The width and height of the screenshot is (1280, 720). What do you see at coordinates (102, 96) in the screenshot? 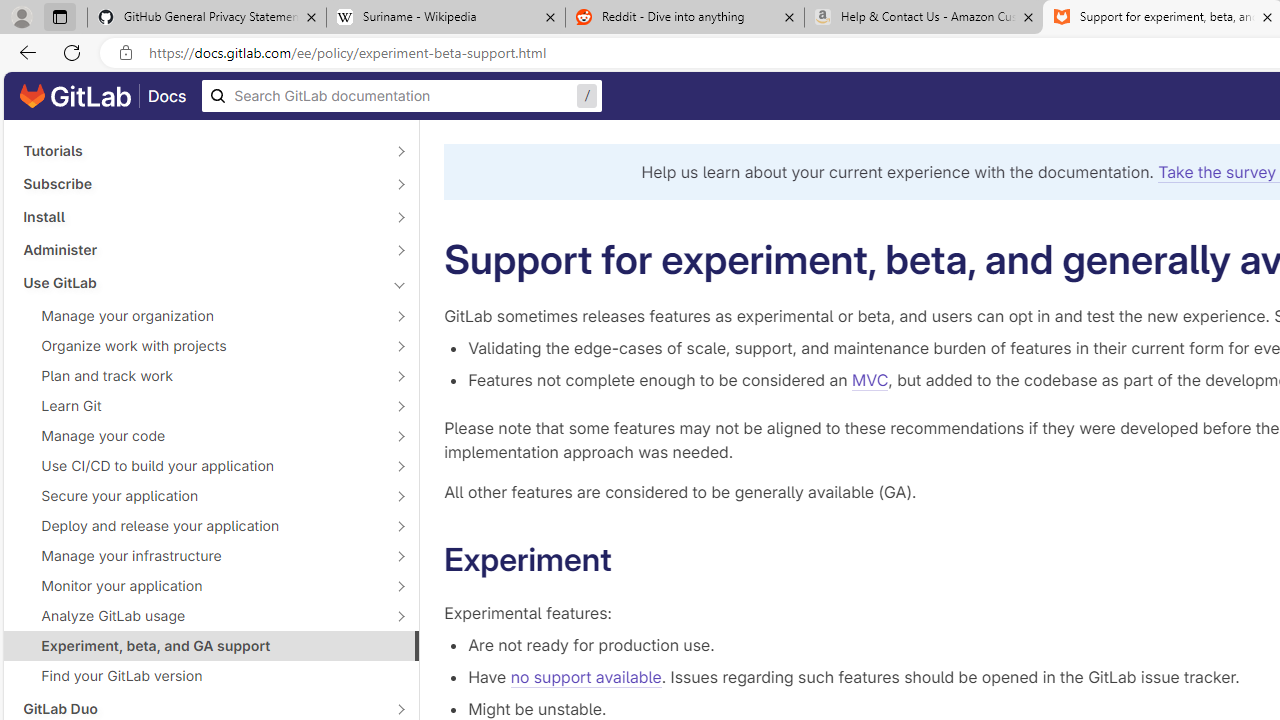
I see `'GitLab documentation home Docs'` at bounding box center [102, 96].